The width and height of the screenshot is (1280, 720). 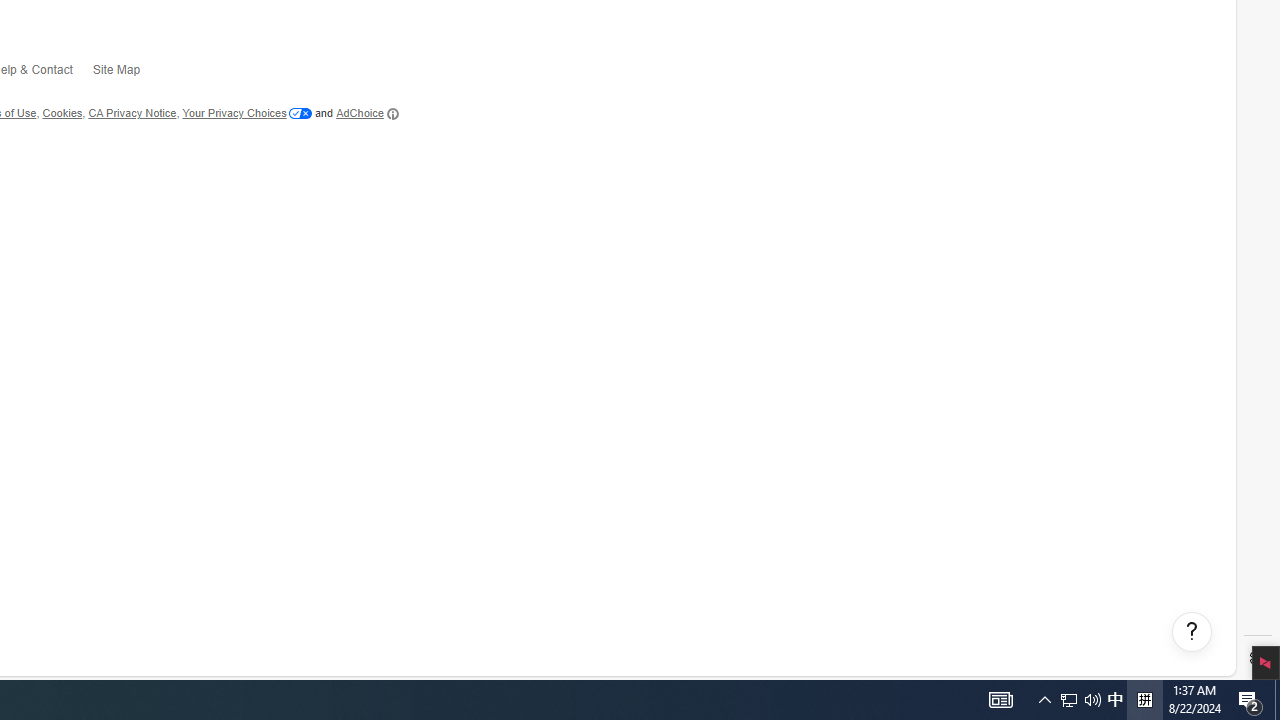 What do you see at coordinates (125, 73) in the screenshot?
I see `'Site Map'` at bounding box center [125, 73].